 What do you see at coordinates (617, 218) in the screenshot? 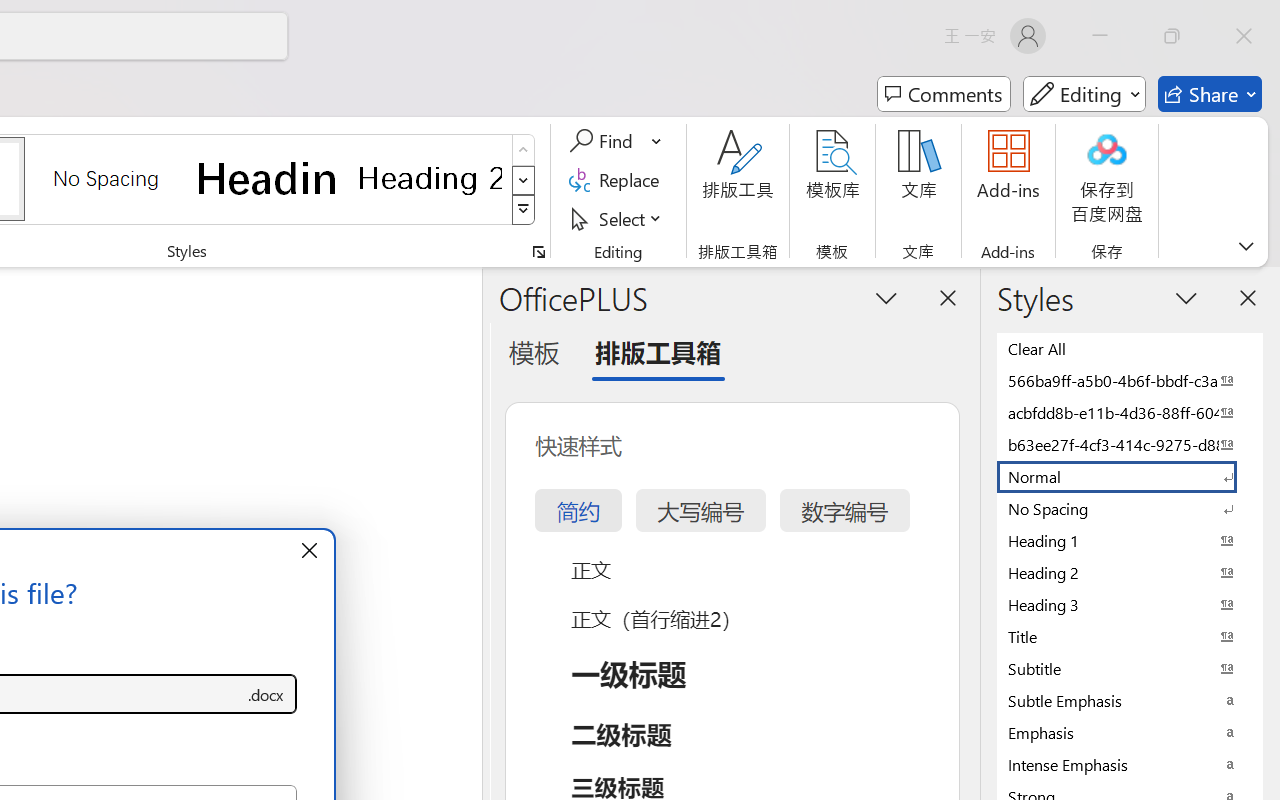
I see `'Select'` at bounding box center [617, 218].